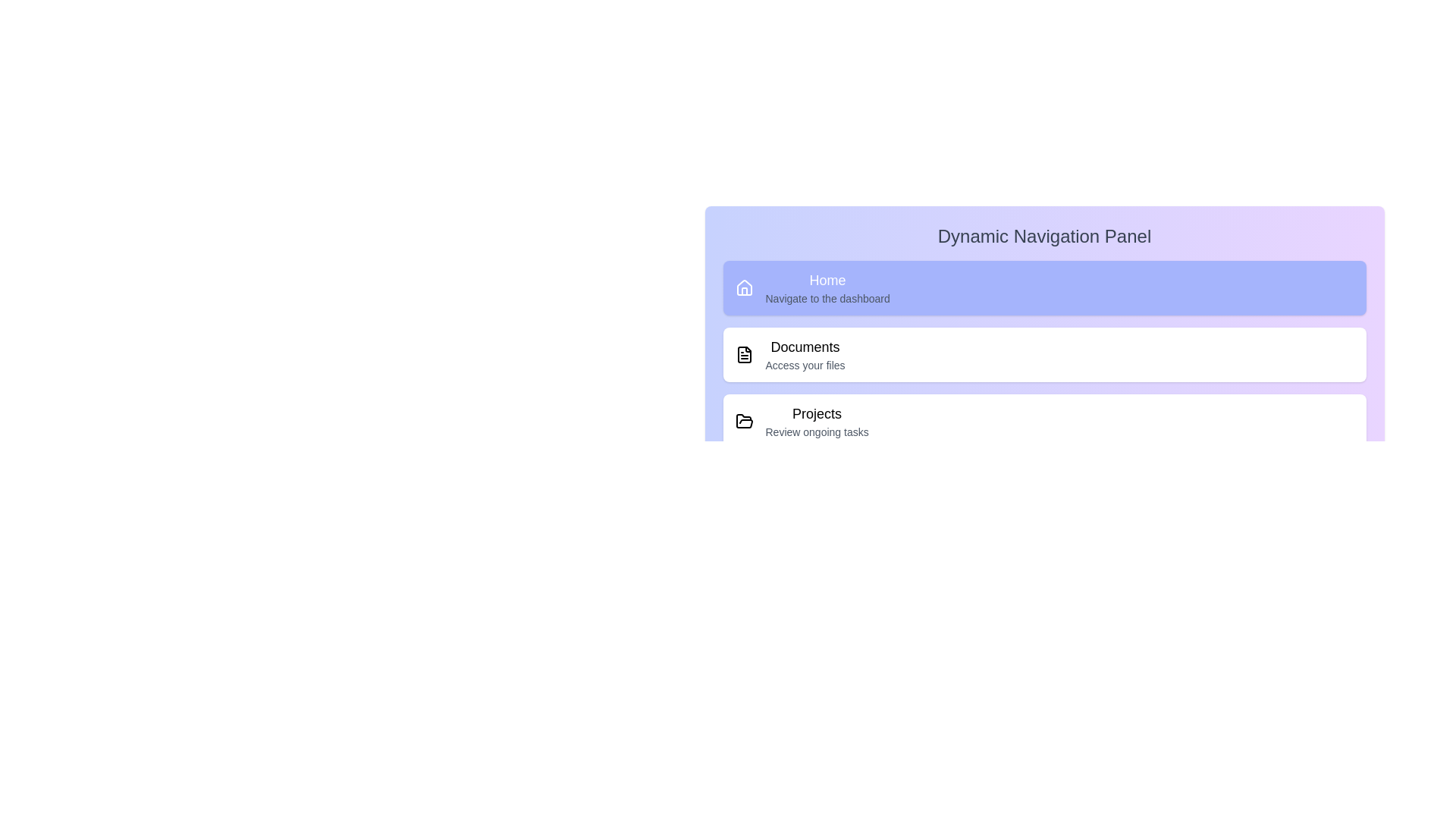 The height and width of the screenshot is (819, 1456). I want to click on the icon corresponding to Home, so click(744, 288).